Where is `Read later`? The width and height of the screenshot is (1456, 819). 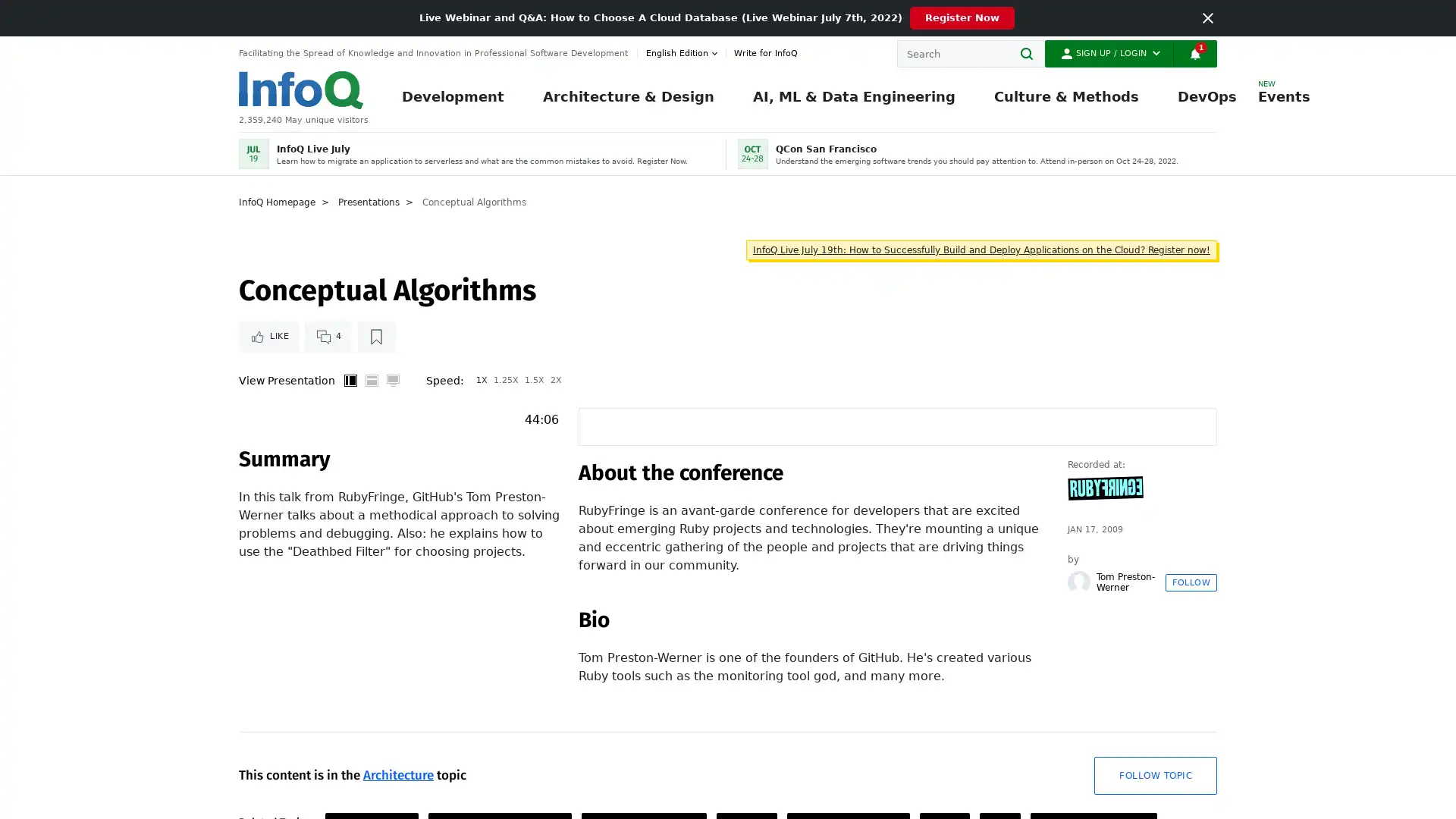
Read later is located at coordinates (375, 379).